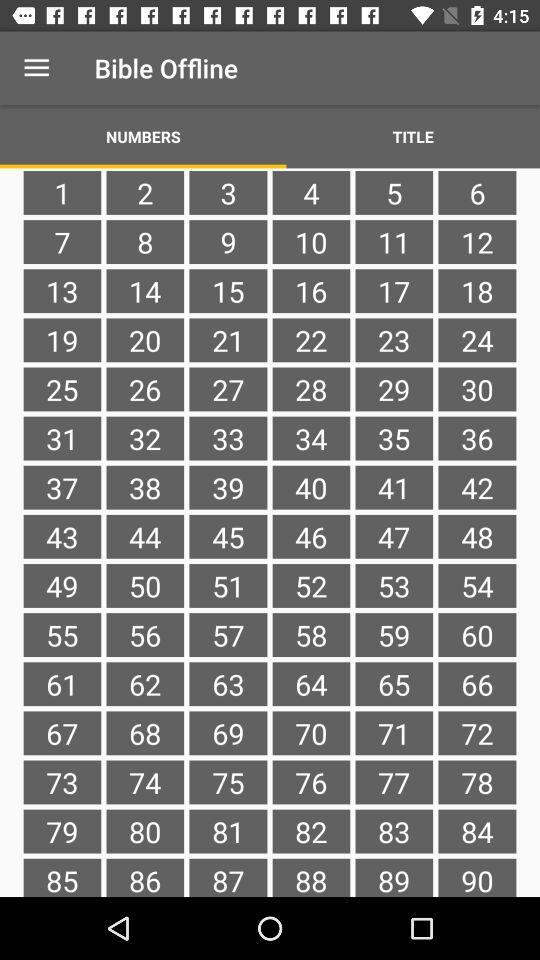 This screenshot has width=540, height=960. Describe the element at coordinates (144, 535) in the screenshot. I see `item above the 49` at that location.